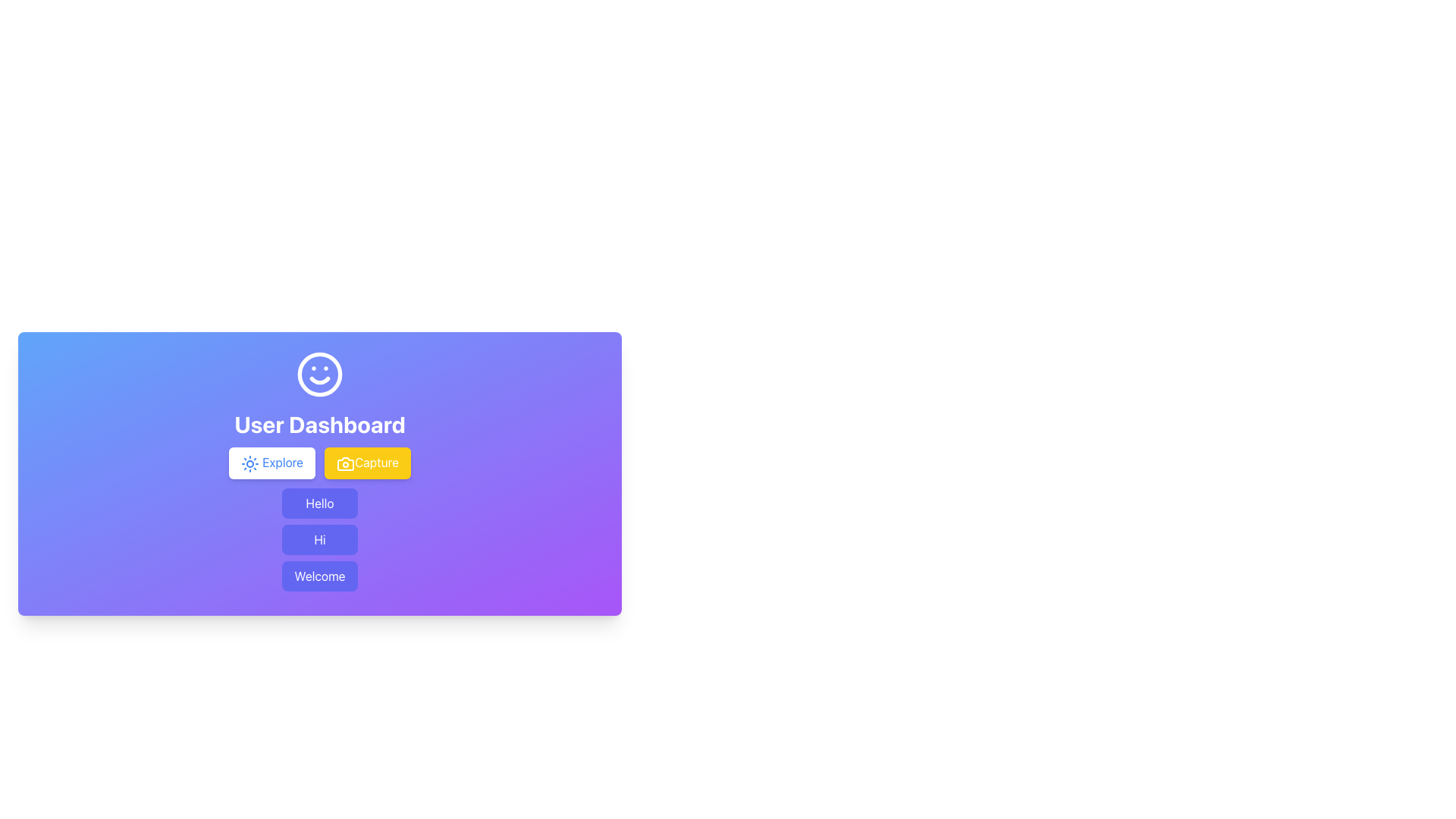 This screenshot has width=1456, height=819. What do you see at coordinates (319, 374) in the screenshot?
I see `the SVG circle that serves as the structural base for the smiley face, located above the 'User Dashboard' label` at bounding box center [319, 374].